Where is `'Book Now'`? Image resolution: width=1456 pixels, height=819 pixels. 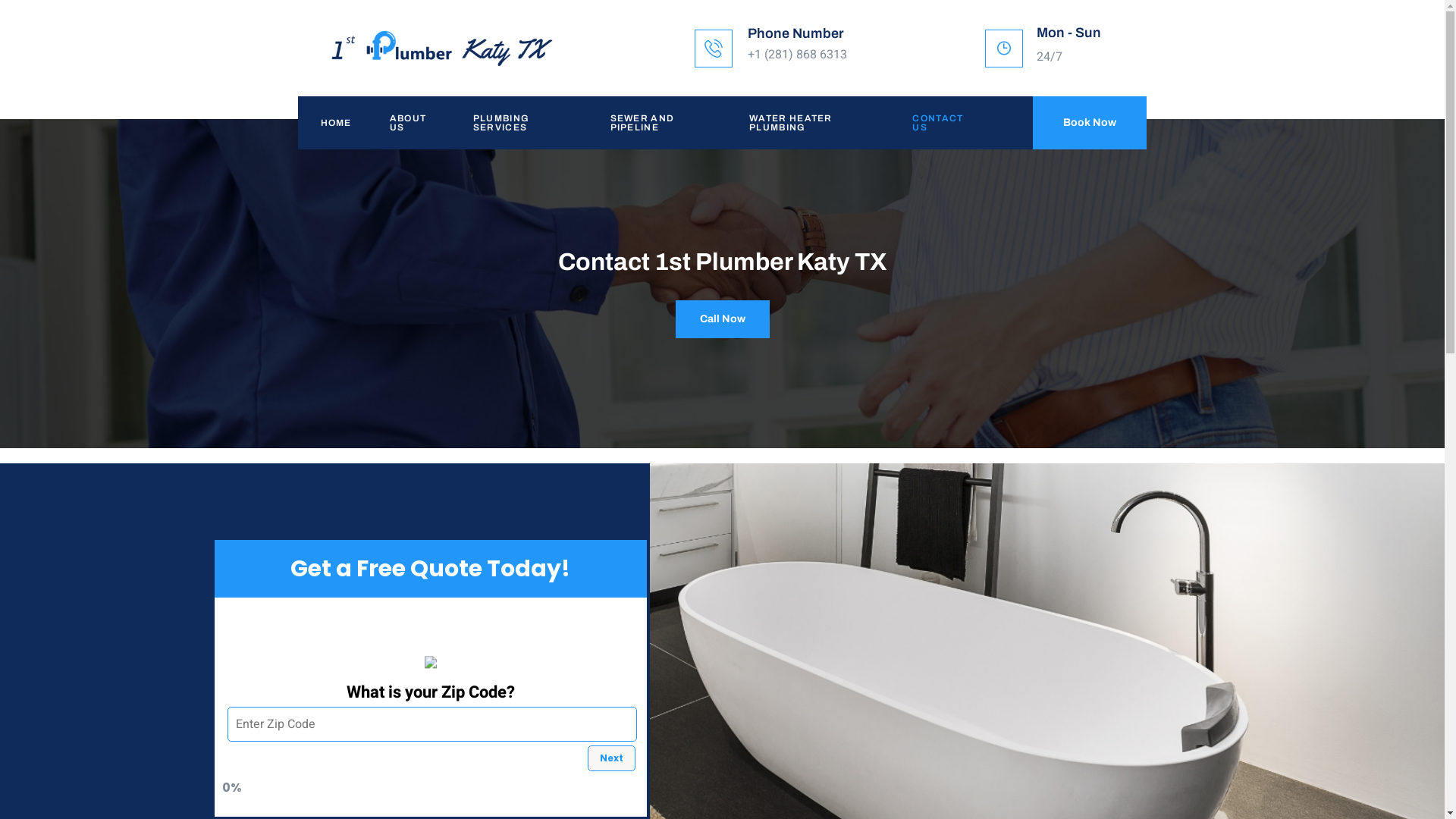
'Book Now' is located at coordinates (1088, 122).